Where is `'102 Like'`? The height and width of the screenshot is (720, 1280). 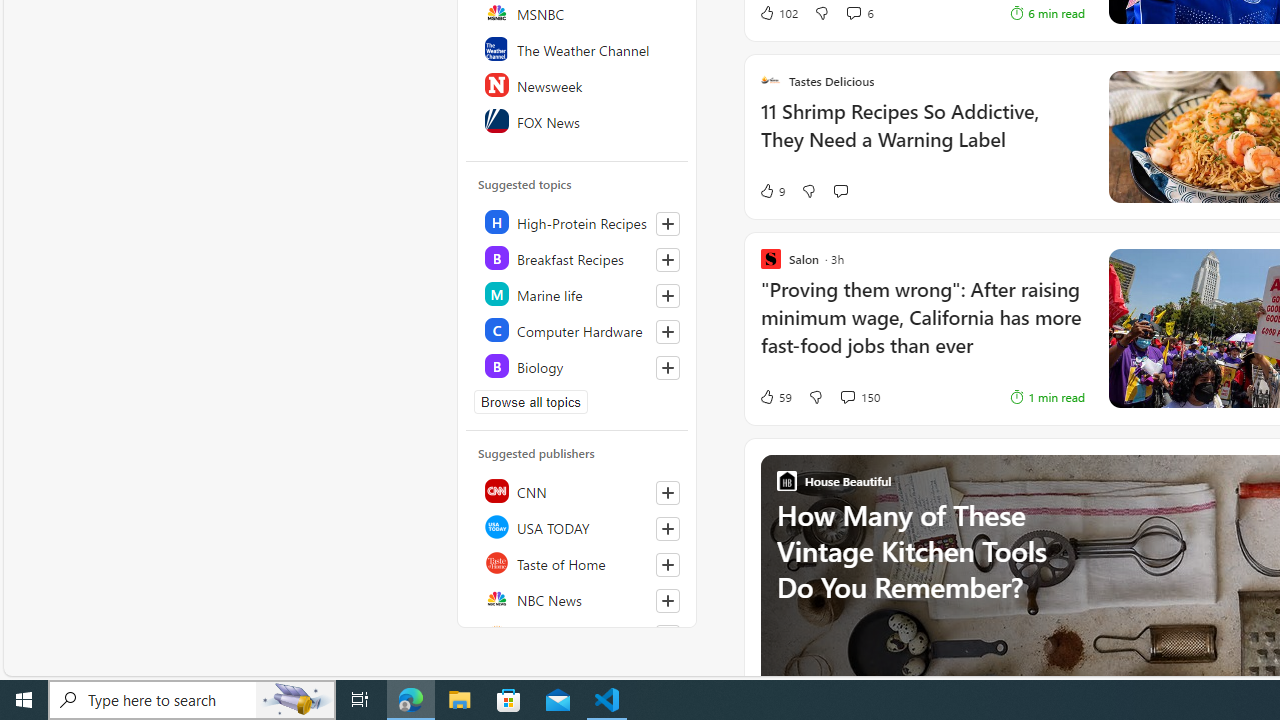 '102 Like' is located at coordinates (777, 12).